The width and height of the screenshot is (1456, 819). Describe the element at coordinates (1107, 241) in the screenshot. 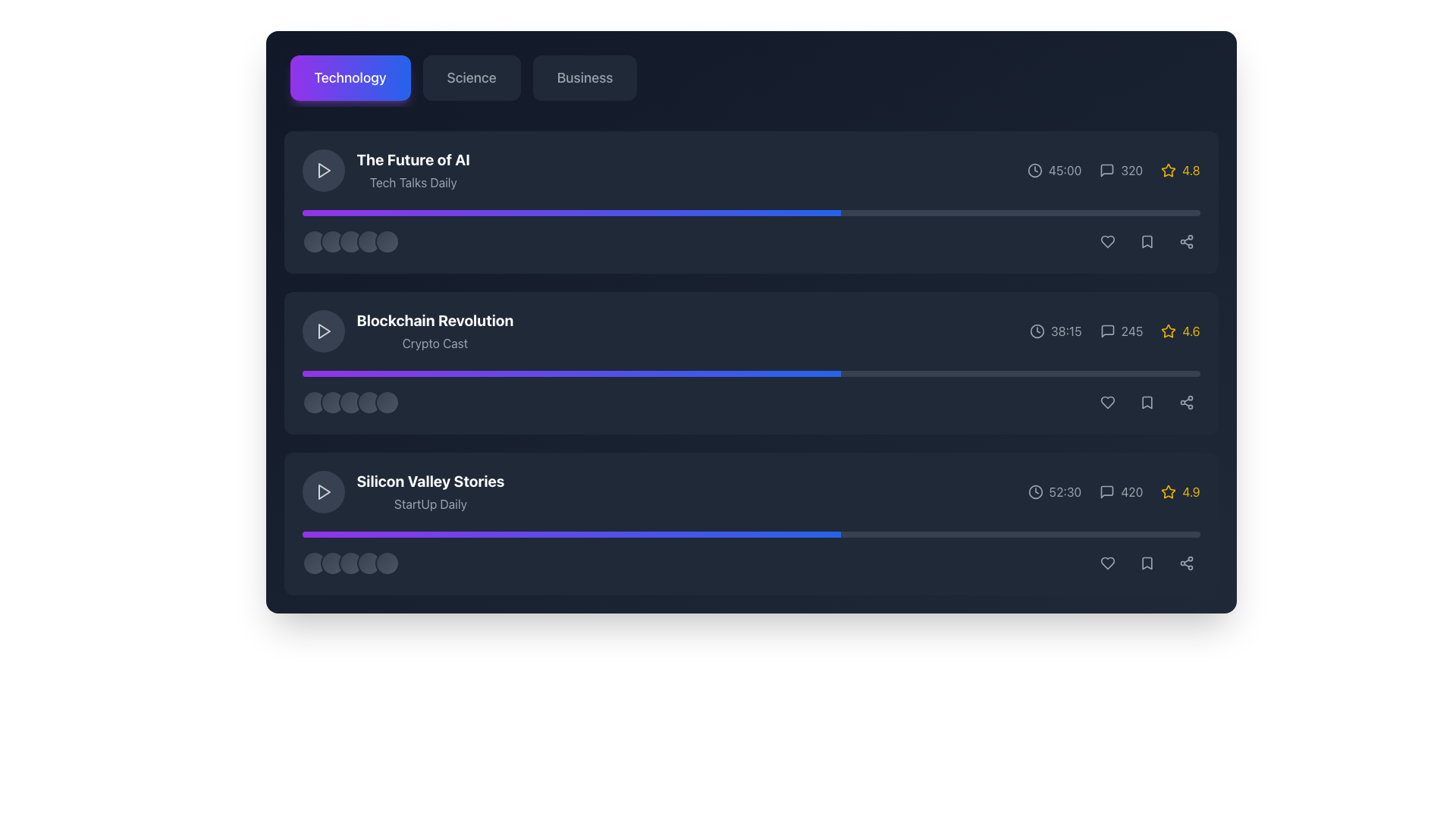

I see `the heart icon button styled with a gray color representing a 'like' functionality` at that location.